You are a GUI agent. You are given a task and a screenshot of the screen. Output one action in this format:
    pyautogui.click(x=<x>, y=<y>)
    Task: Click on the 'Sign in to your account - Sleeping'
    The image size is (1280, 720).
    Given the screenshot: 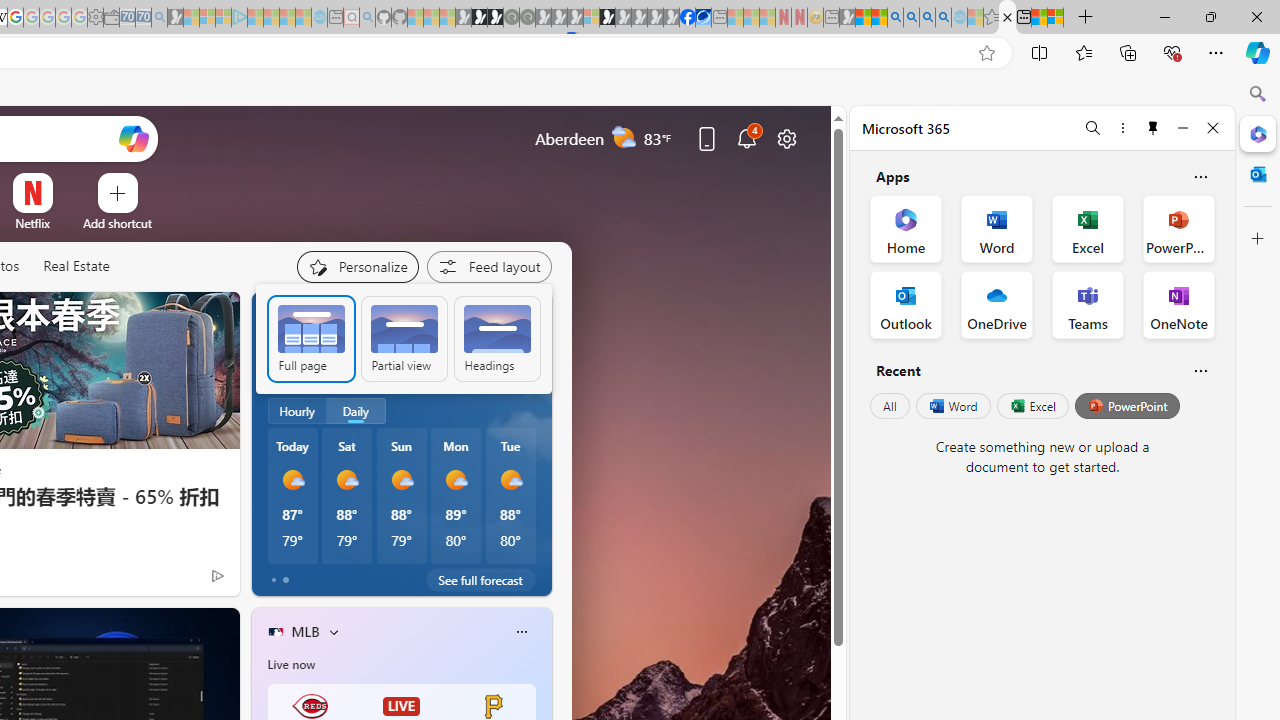 What is the action you would take?
    pyautogui.click(x=590, y=17)
    